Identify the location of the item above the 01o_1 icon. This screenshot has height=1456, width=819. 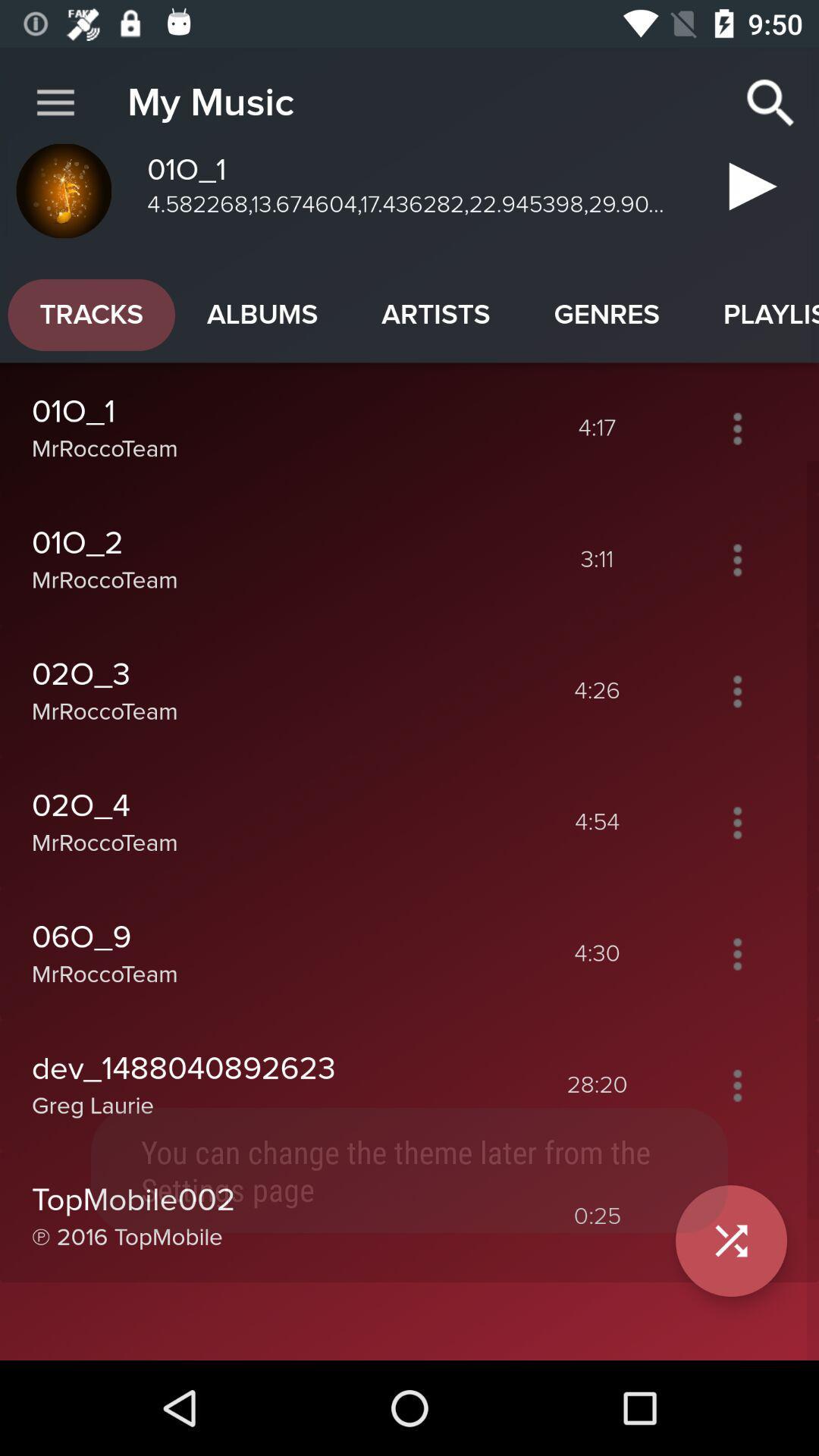
(262, 314).